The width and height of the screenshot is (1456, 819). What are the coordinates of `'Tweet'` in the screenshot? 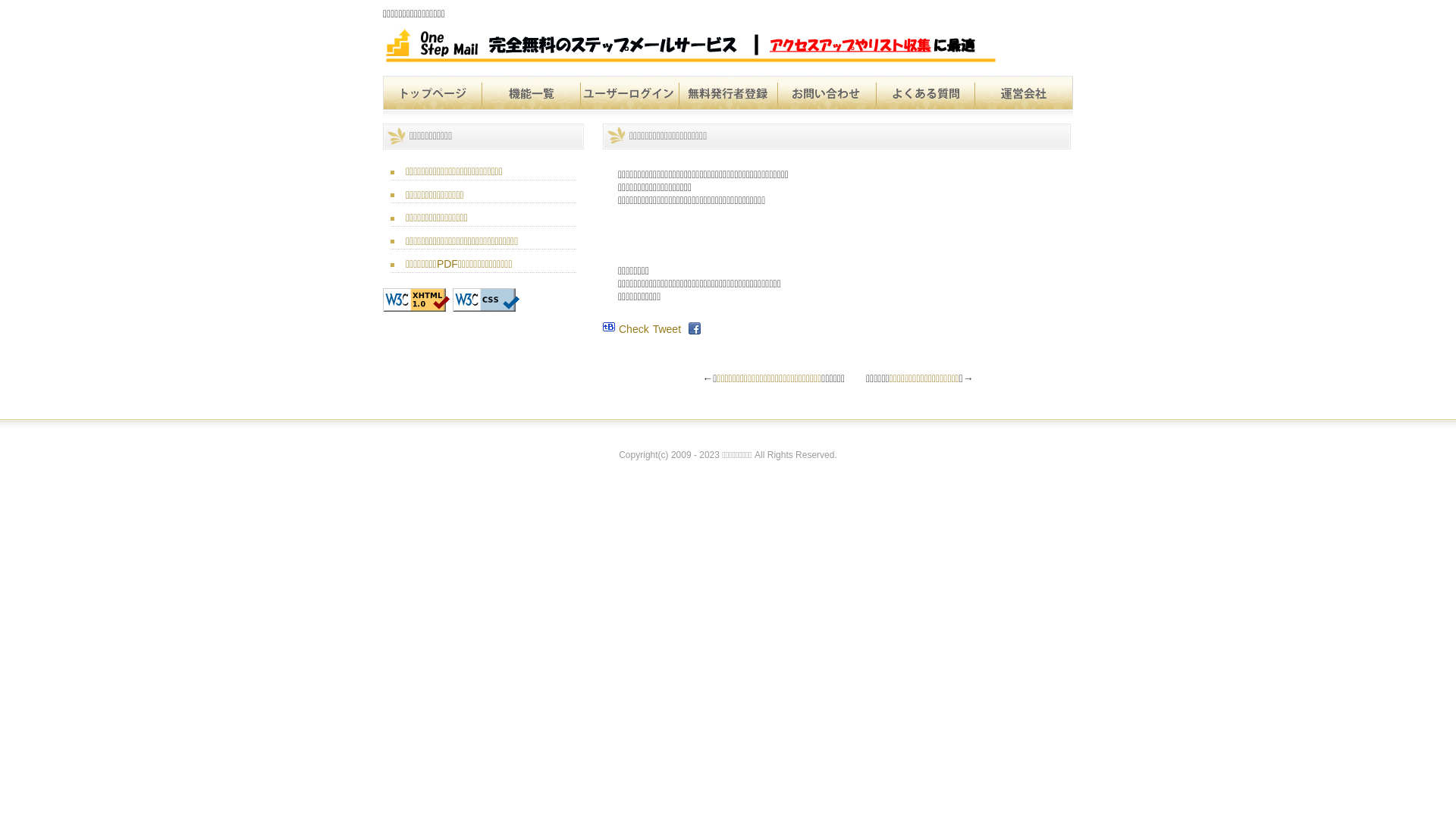 It's located at (667, 328).